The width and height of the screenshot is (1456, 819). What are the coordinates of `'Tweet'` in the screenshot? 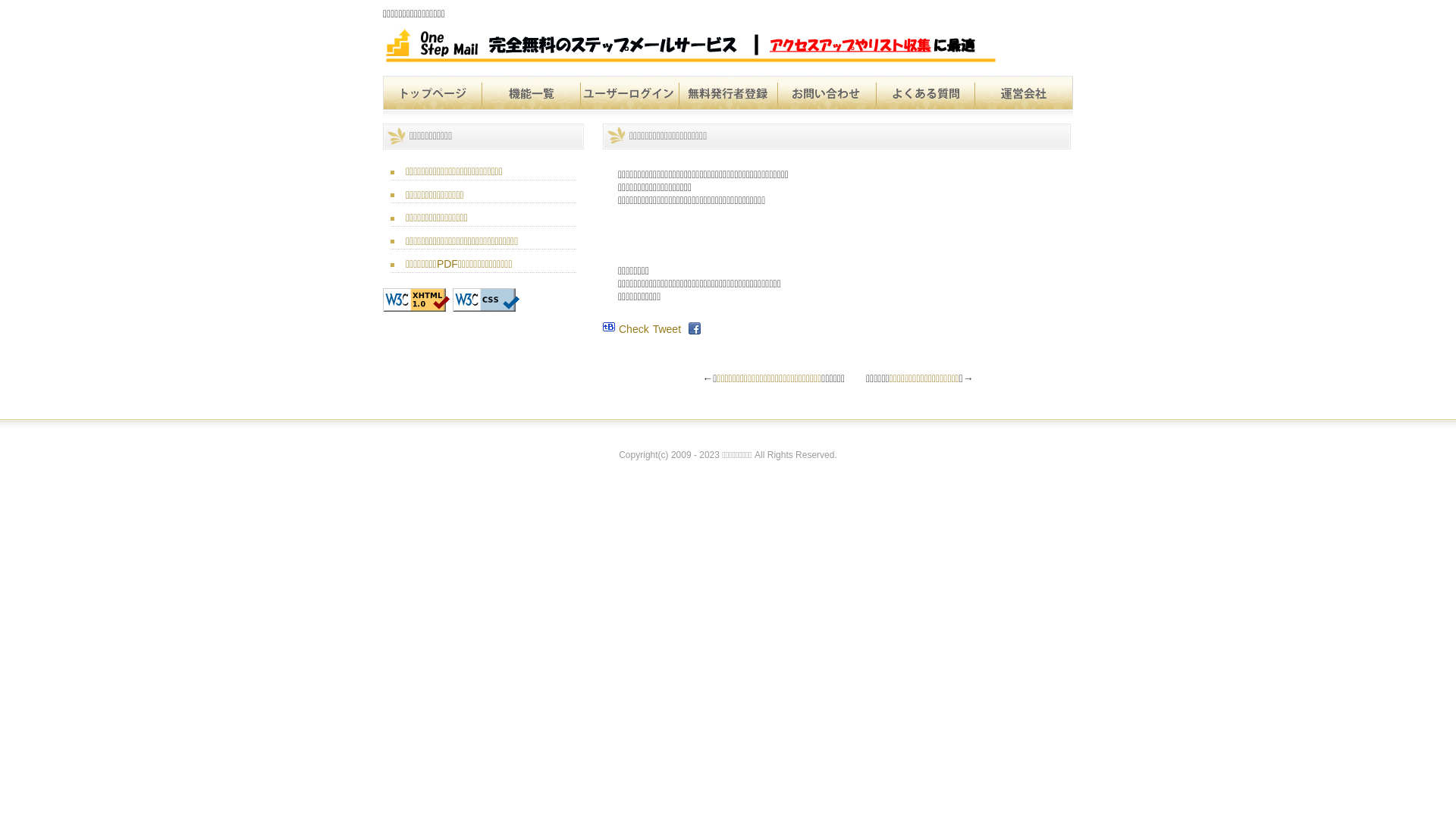 It's located at (667, 328).